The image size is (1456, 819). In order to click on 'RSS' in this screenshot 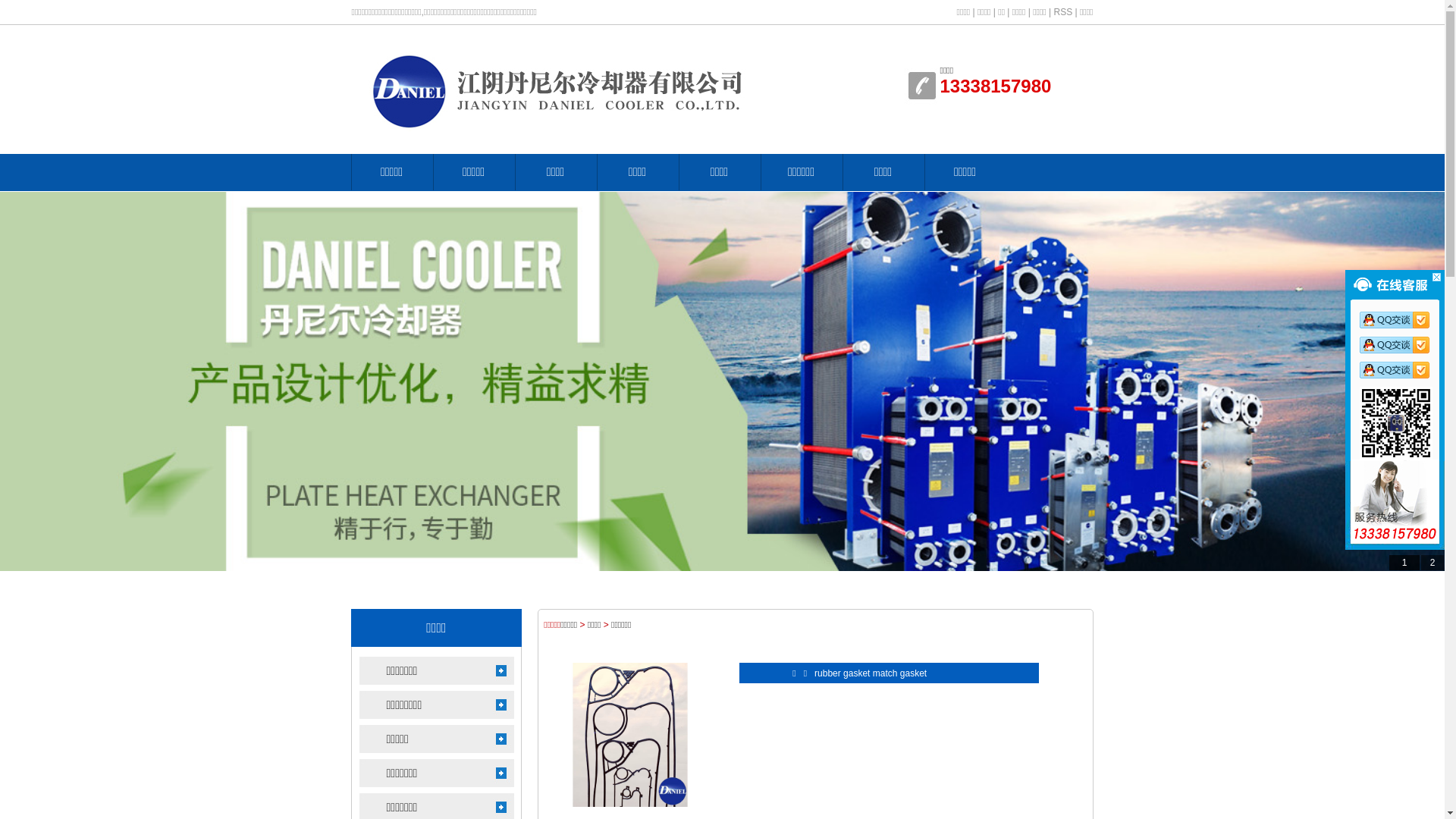, I will do `click(1062, 11)`.